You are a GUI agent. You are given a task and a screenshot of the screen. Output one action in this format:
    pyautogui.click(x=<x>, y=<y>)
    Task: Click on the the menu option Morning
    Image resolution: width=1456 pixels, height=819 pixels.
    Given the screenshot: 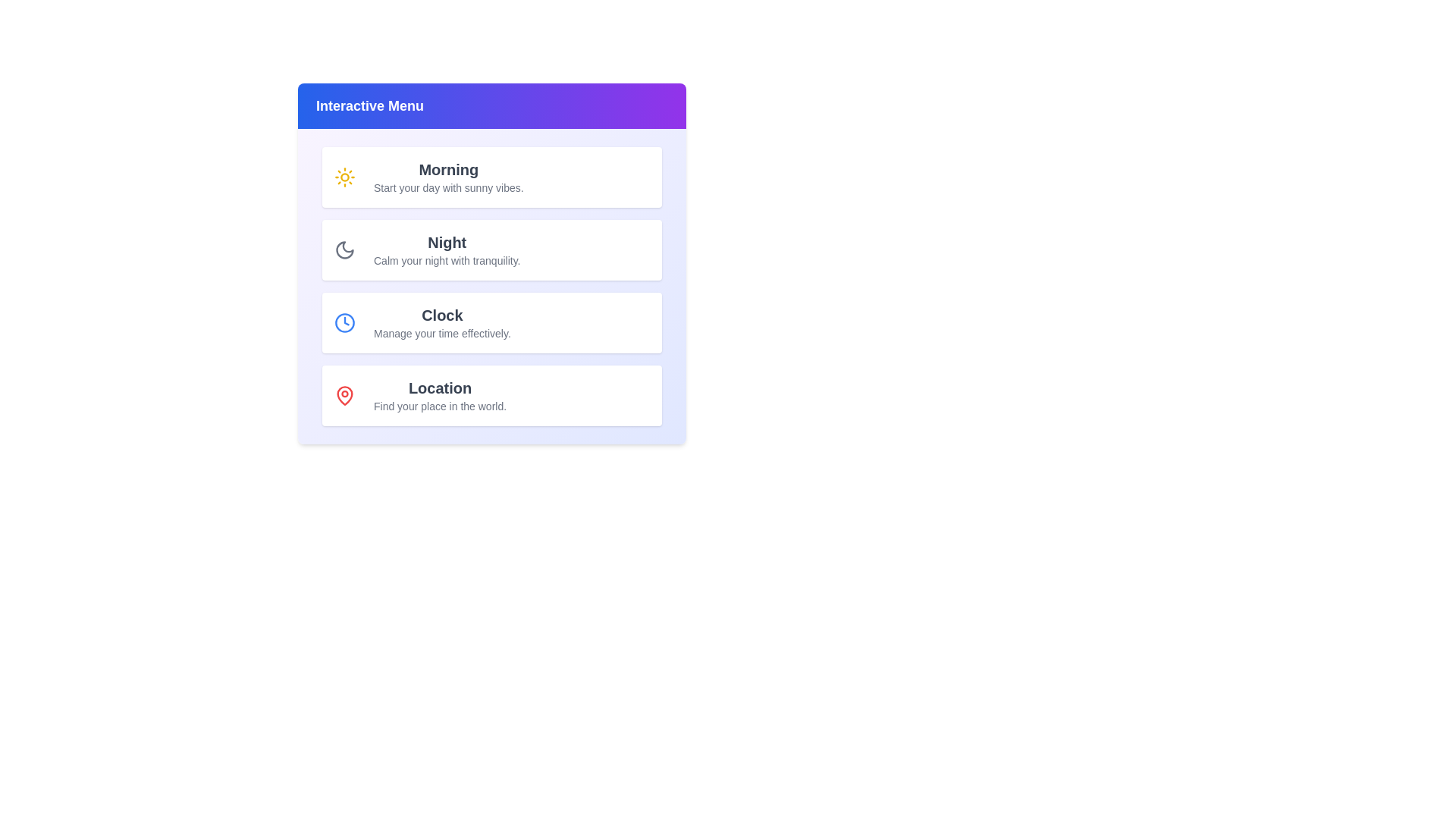 What is the action you would take?
    pyautogui.click(x=491, y=177)
    